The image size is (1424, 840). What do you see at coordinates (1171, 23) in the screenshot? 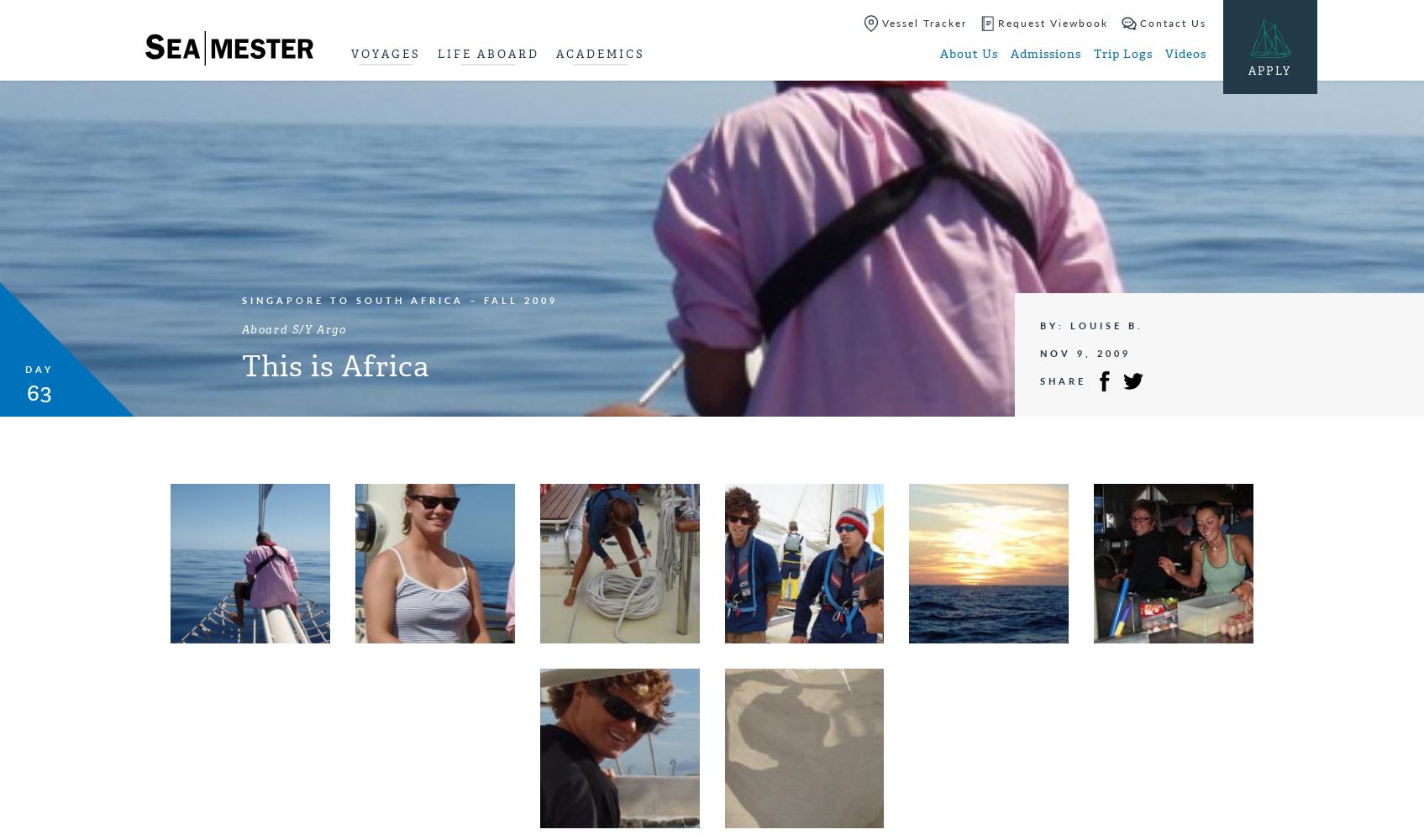
I see `'Contact Us'` at bounding box center [1171, 23].